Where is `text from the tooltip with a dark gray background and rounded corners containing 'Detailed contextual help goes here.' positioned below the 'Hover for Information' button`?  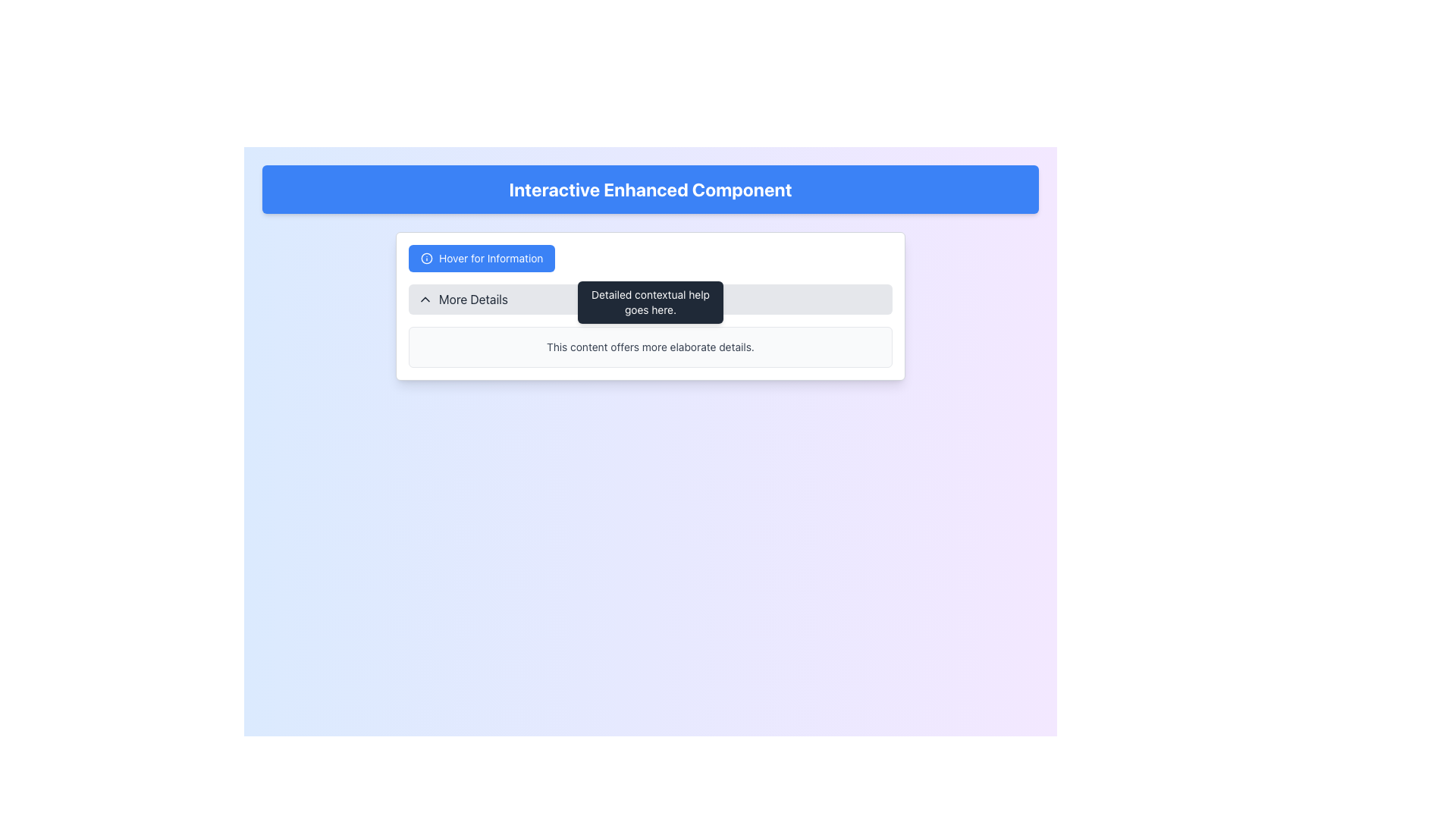 text from the tooltip with a dark gray background and rounded corners containing 'Detailed contextual help goes here.' positioned below the 'Hover for Information' button is located at coordinates (651, 302).